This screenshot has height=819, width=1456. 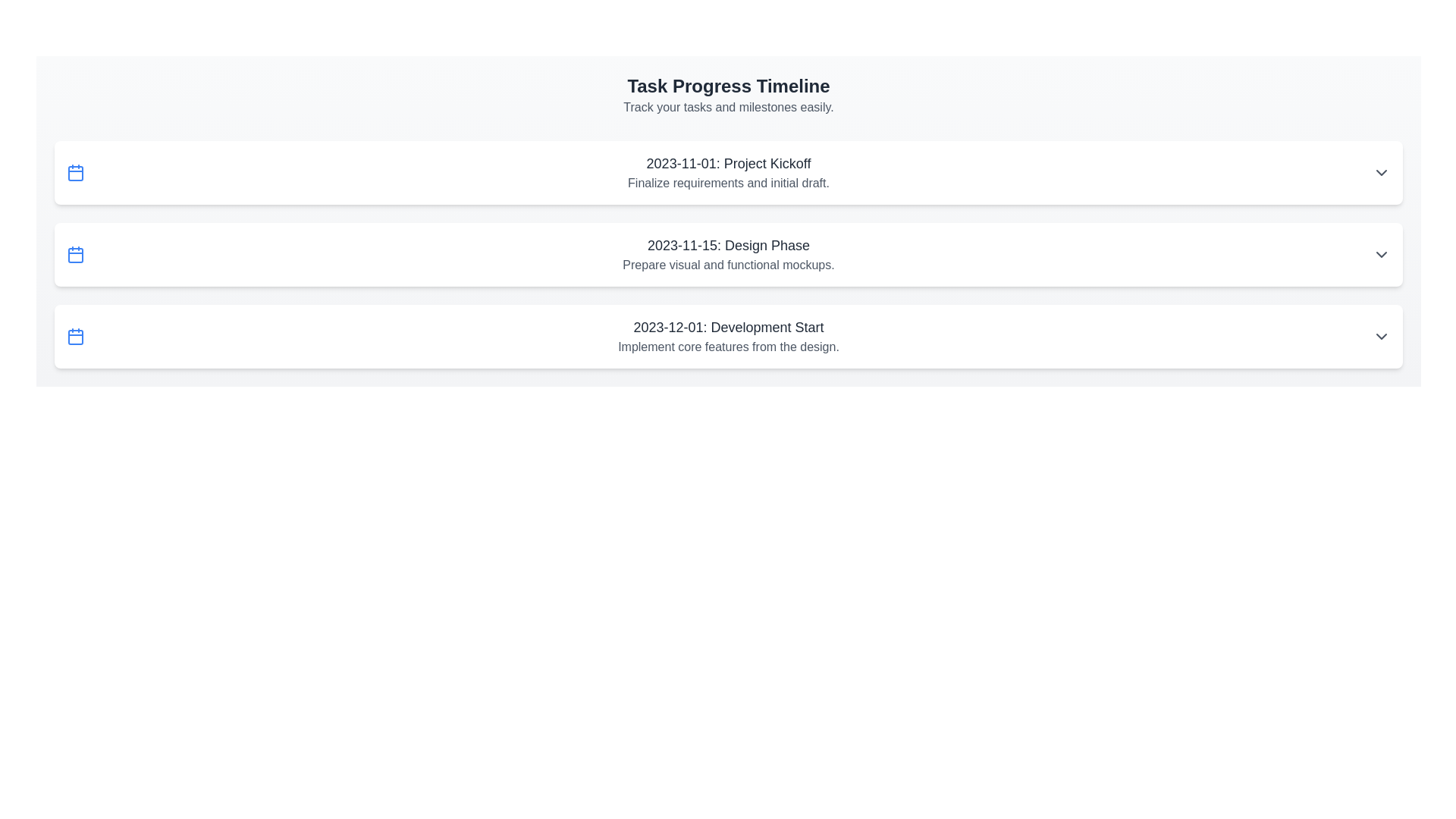 What do you see at coordinates (75, 253) in the screenshot?
I see `the calendar icon representing the date element for the timeline entry scheduled on '2023-11-15: Design PhasePrepare visual and functional mockups'` at bounding box center [75, 253].